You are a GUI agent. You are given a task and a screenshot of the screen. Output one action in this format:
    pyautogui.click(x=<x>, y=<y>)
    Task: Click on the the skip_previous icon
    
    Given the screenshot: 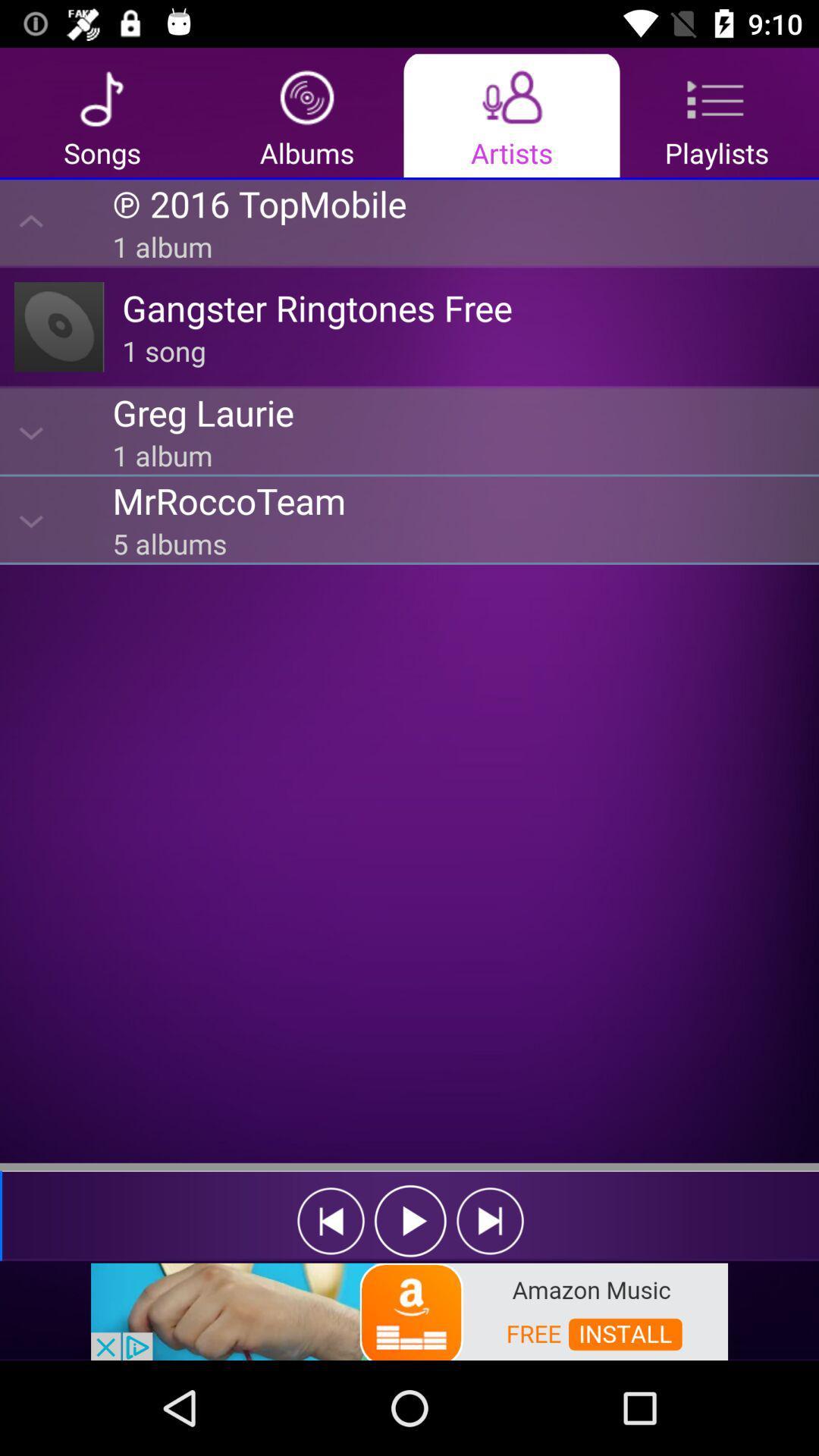 What is the action you would take?
    pyautogui.click(x=330, y=1221)
    